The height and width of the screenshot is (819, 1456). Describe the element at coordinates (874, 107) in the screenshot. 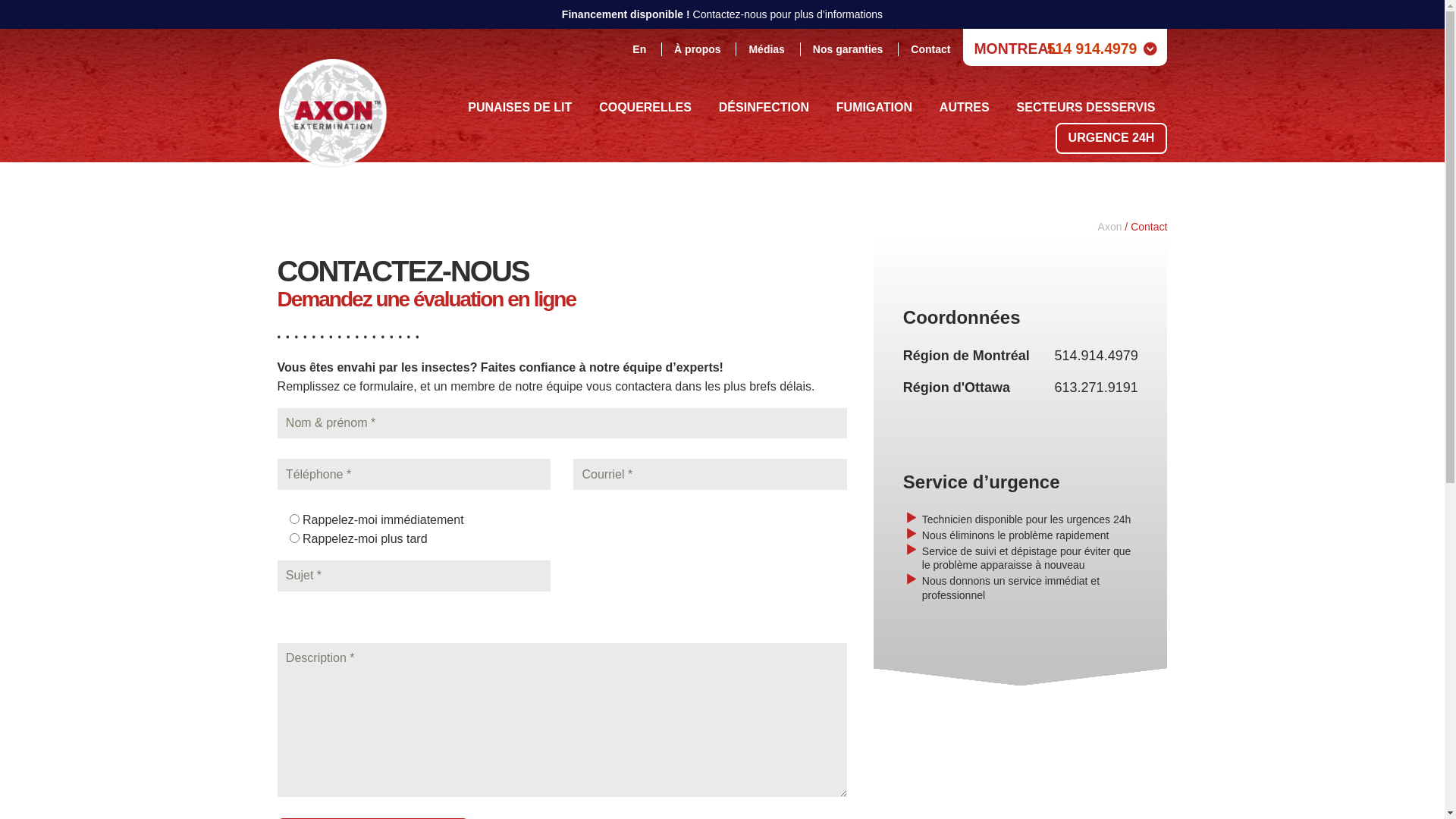

I see `'FUMIGATION'` at that location.